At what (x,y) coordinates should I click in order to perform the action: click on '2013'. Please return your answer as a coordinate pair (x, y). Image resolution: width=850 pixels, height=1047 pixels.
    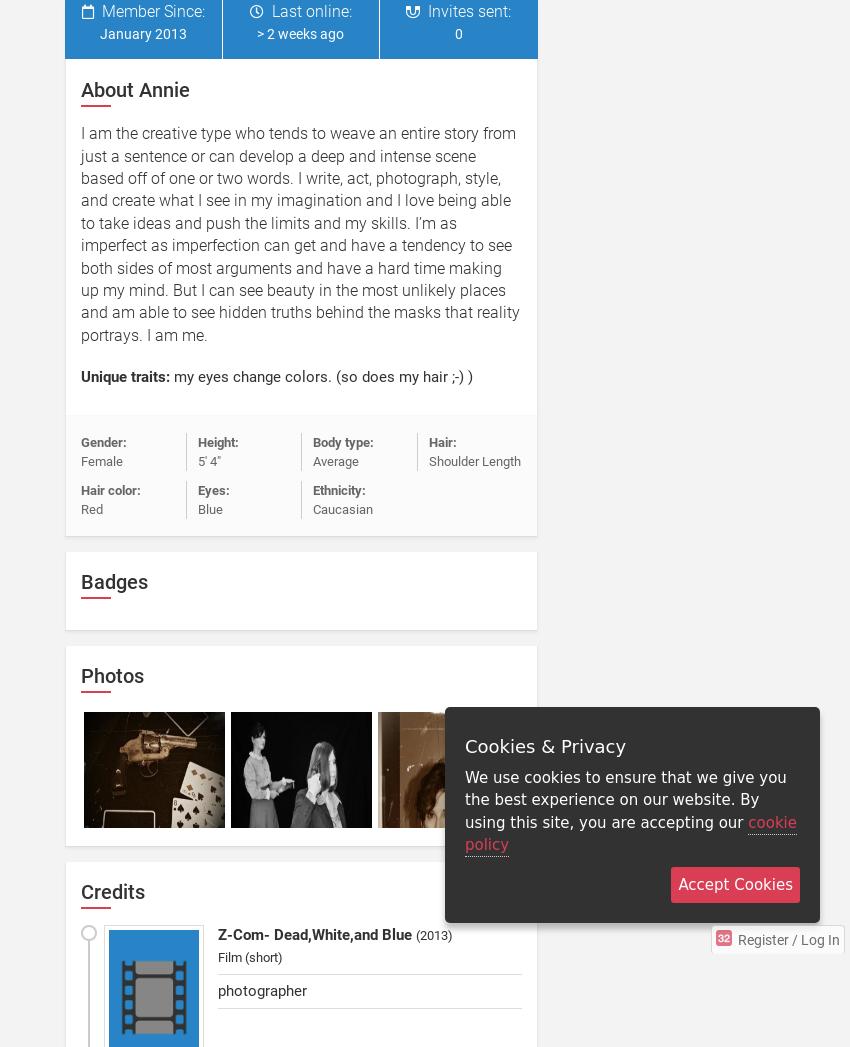
    Looking at the image, I should click on (433, 935).